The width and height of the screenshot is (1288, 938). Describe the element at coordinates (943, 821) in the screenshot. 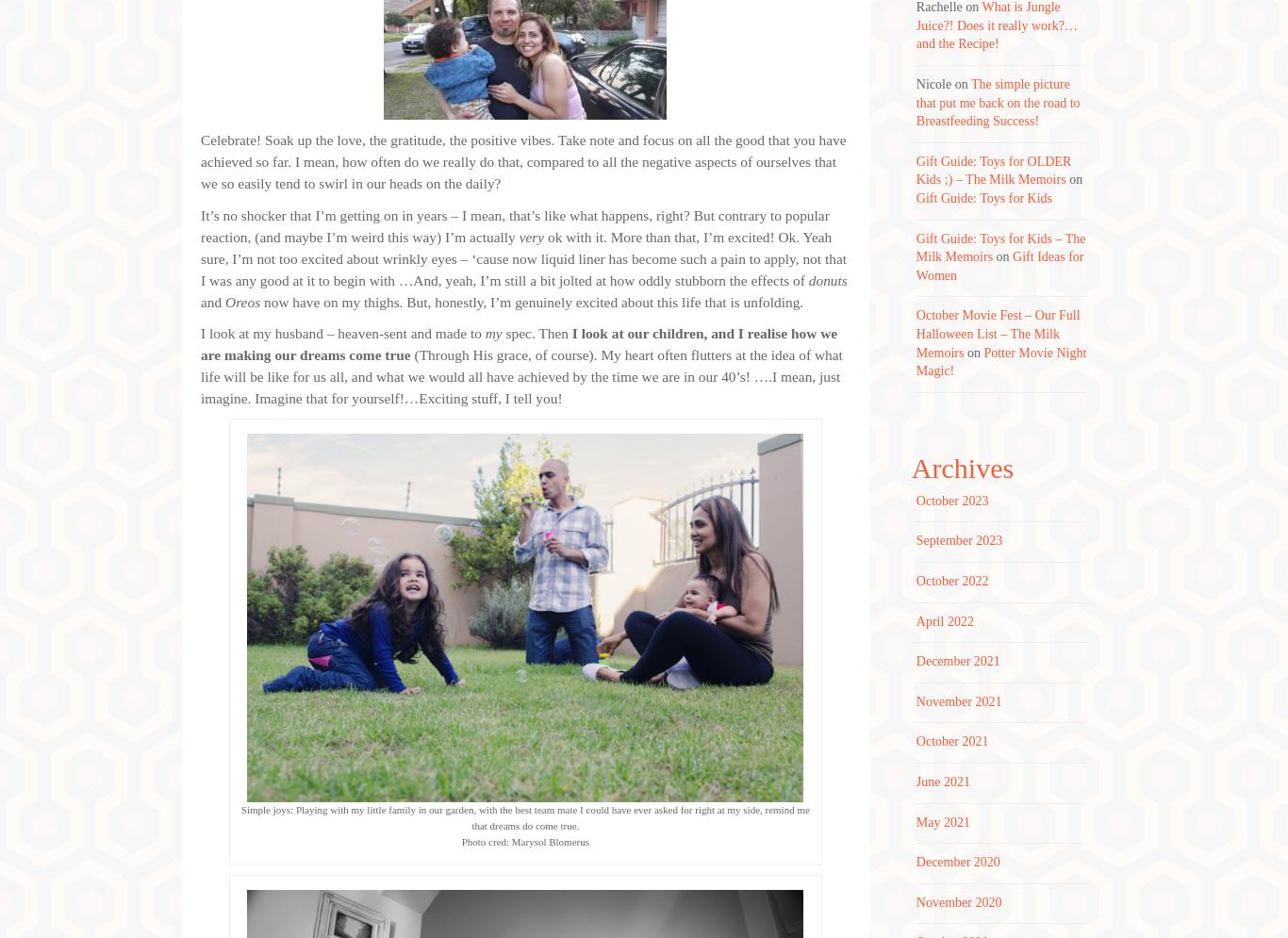

I see `'May 2021'` at that location.